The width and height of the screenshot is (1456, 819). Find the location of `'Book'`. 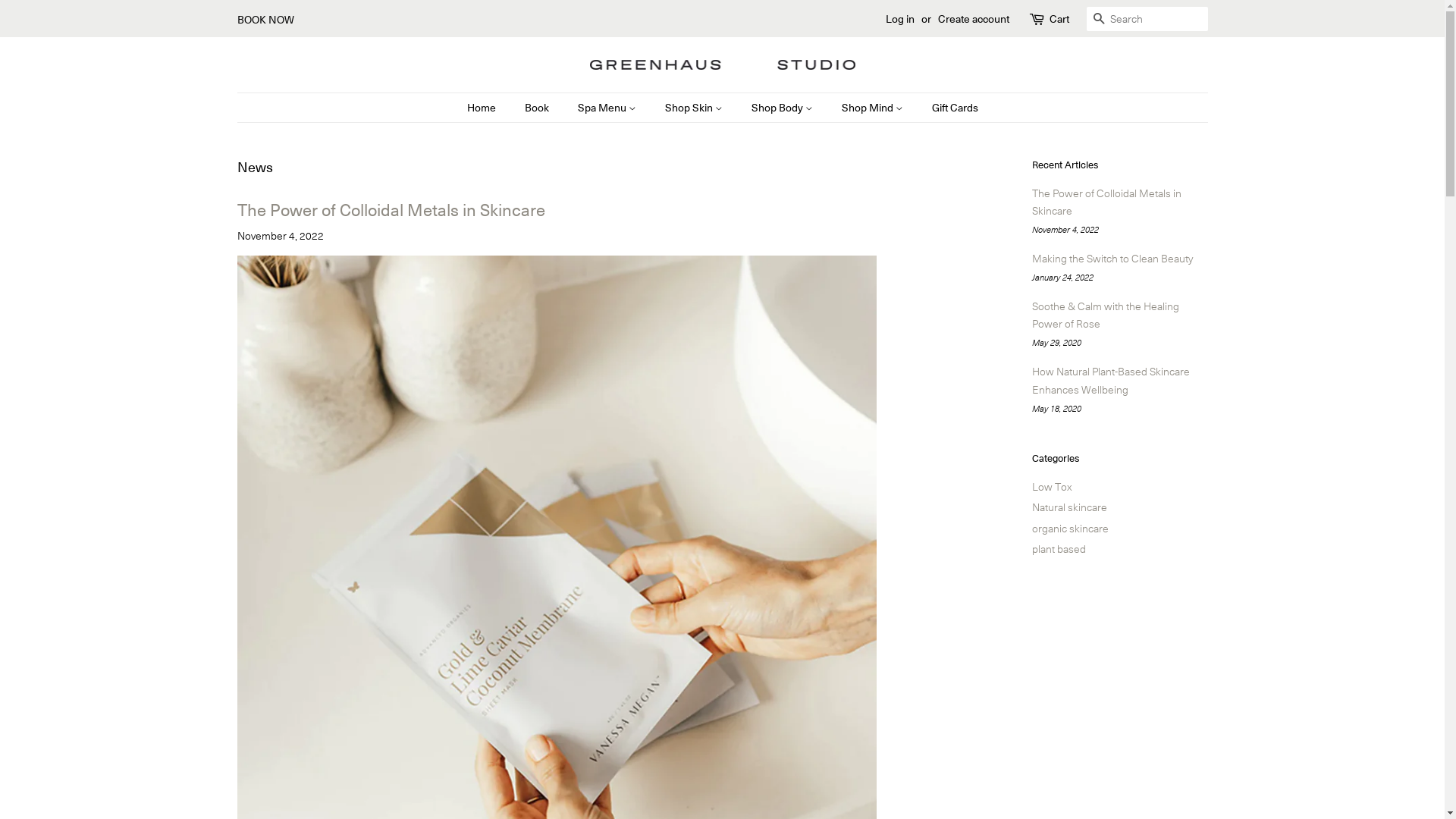

'Book' is located at coordinates (513, 107).